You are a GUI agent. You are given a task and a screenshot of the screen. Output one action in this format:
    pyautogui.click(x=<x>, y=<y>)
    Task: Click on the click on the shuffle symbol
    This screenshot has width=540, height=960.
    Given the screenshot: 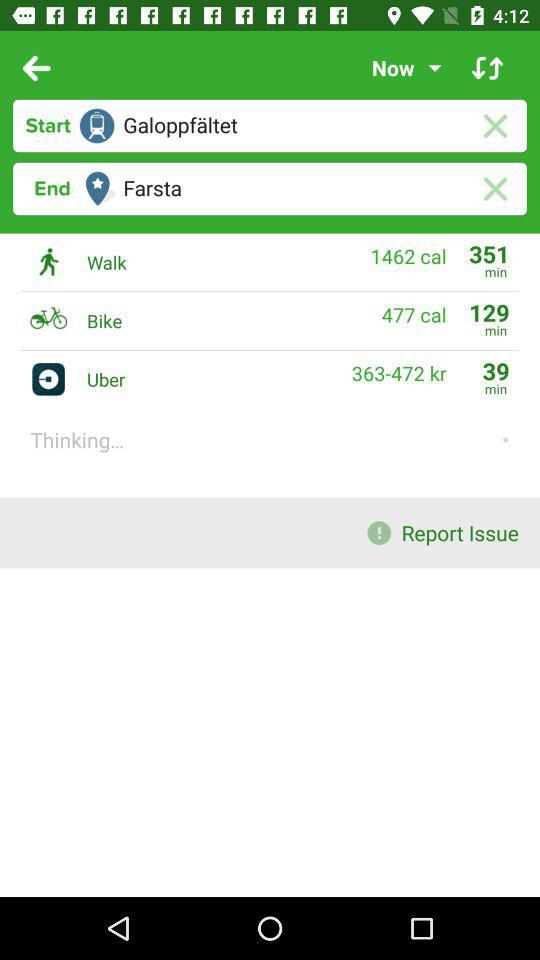 What is the action you would take?
    pyautogui.click(x=486, y=68)
    